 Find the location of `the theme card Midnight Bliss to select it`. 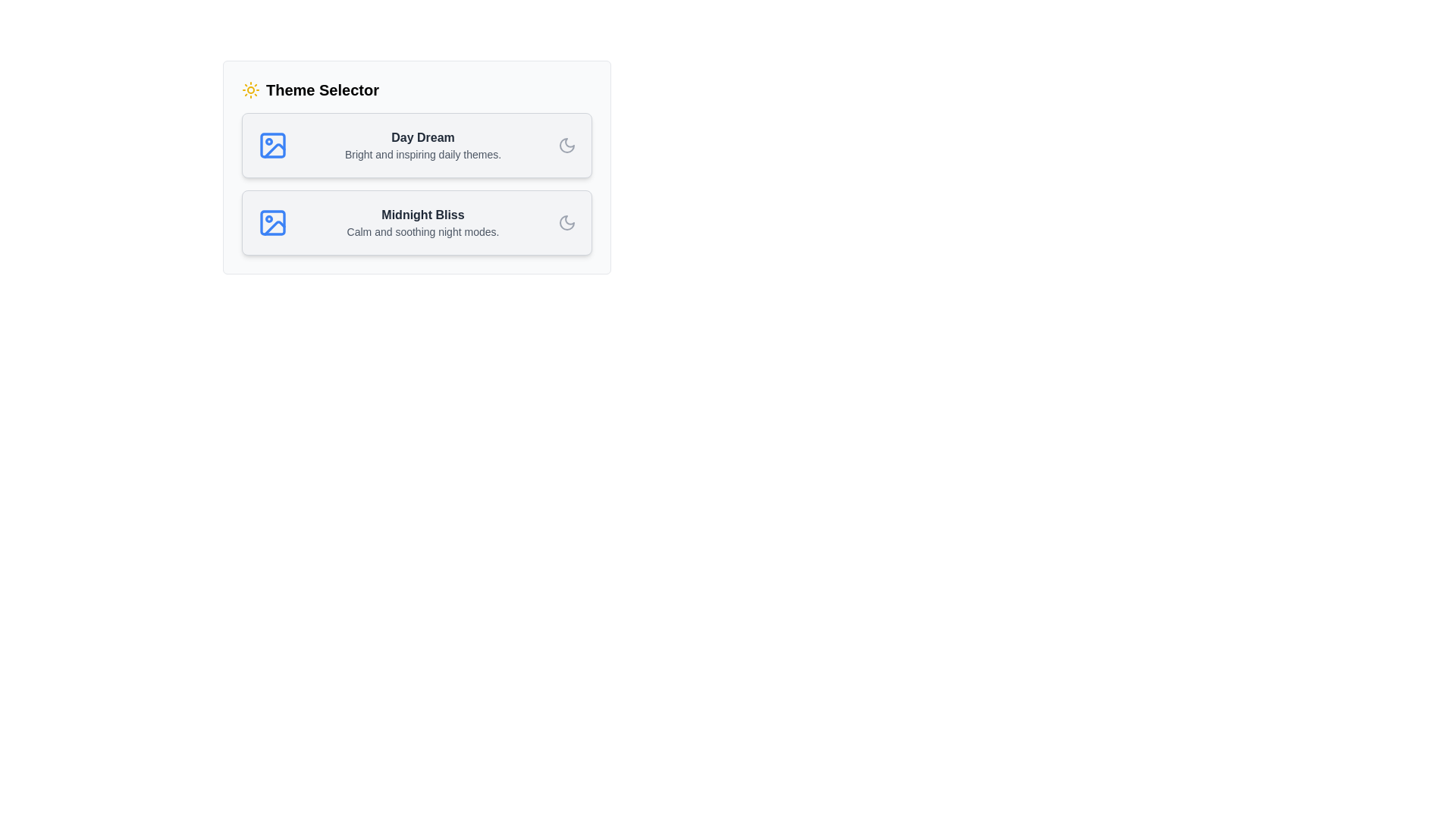

the theme card Midnight Bliss to select it is located at coordinates (417, 222).